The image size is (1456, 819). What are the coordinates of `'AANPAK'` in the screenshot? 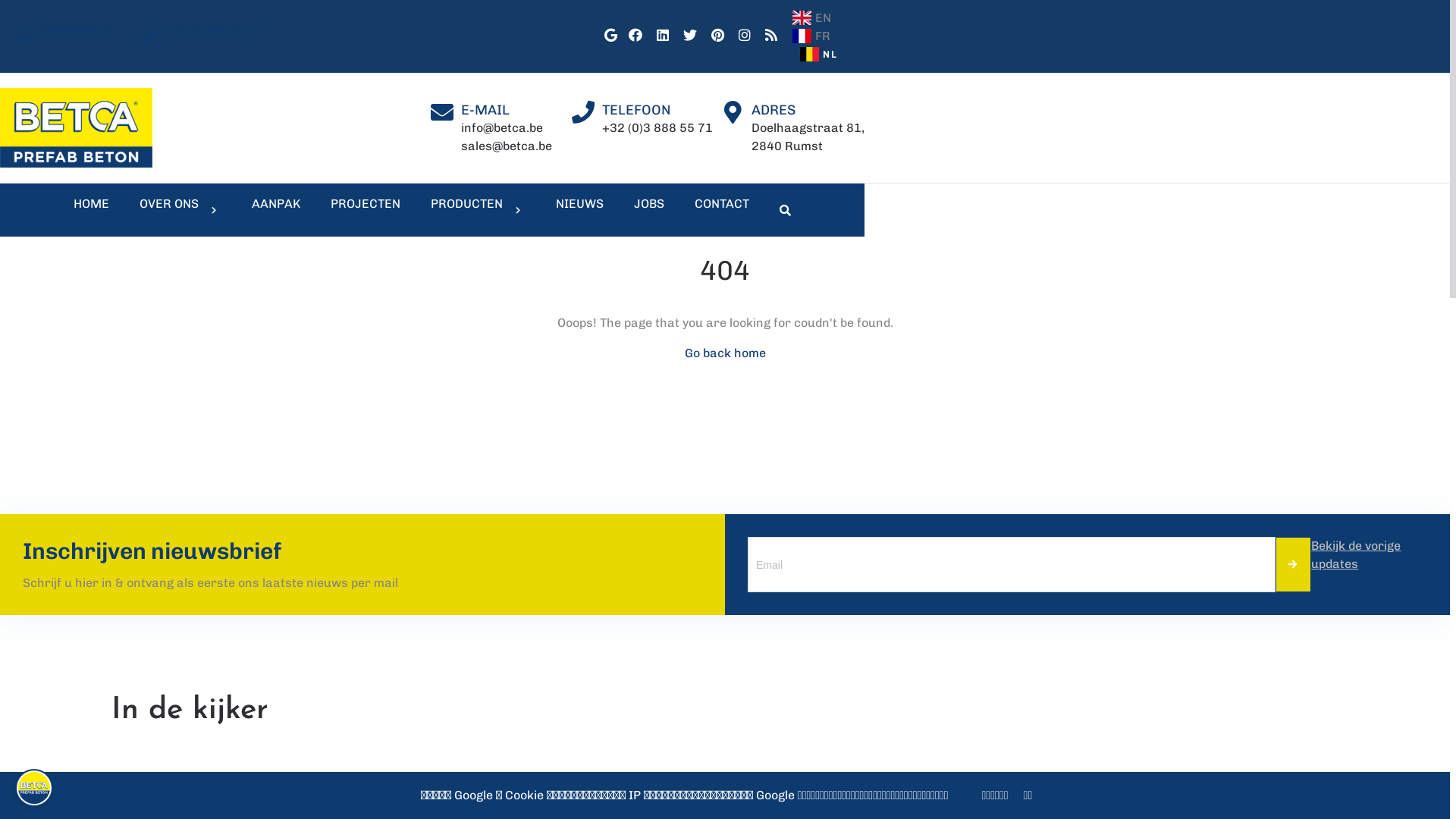 It's located at (236, 210).